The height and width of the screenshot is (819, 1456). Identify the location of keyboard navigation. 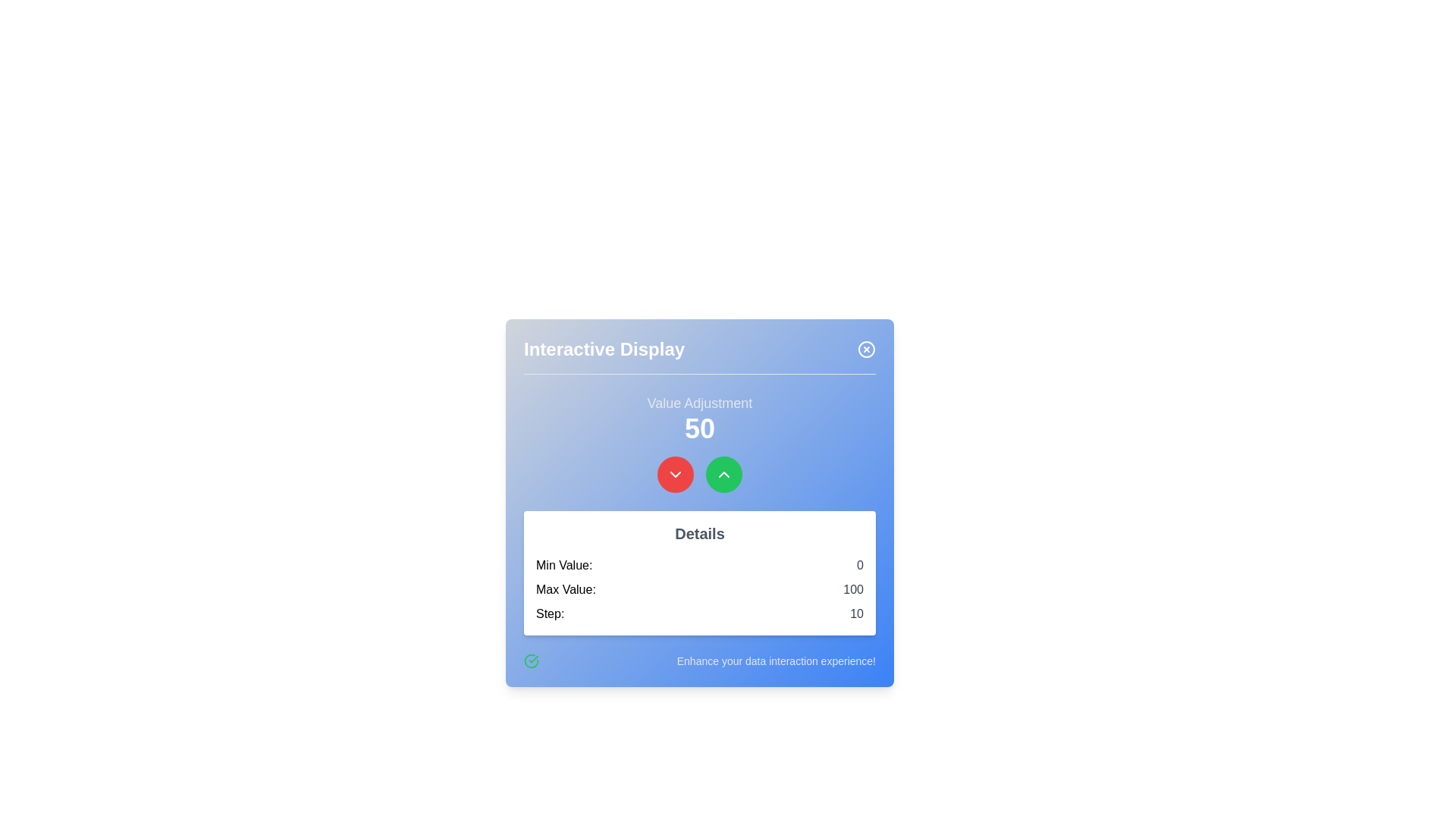
(675, 473).